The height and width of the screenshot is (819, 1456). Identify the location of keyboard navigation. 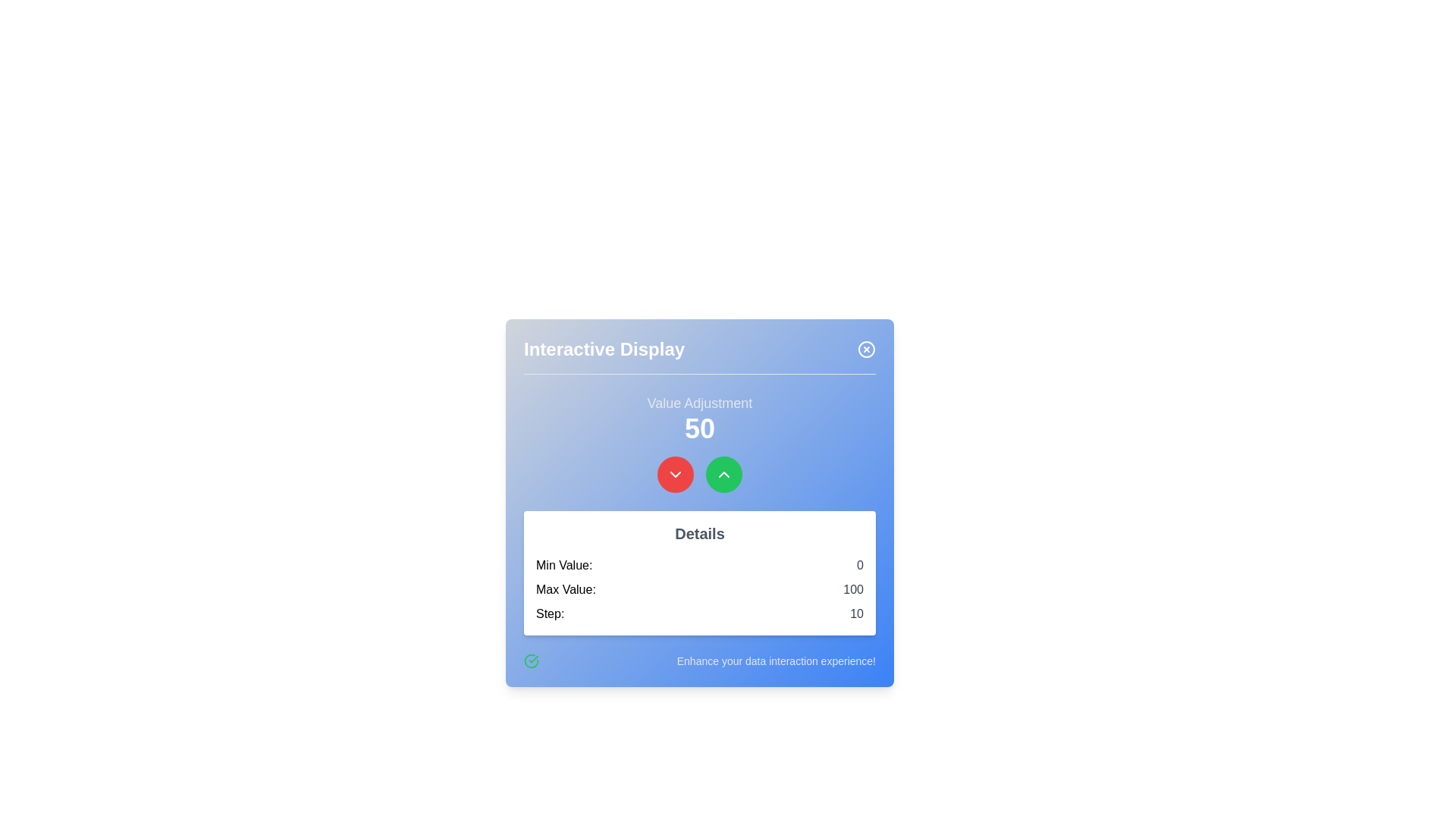
(675, 473).